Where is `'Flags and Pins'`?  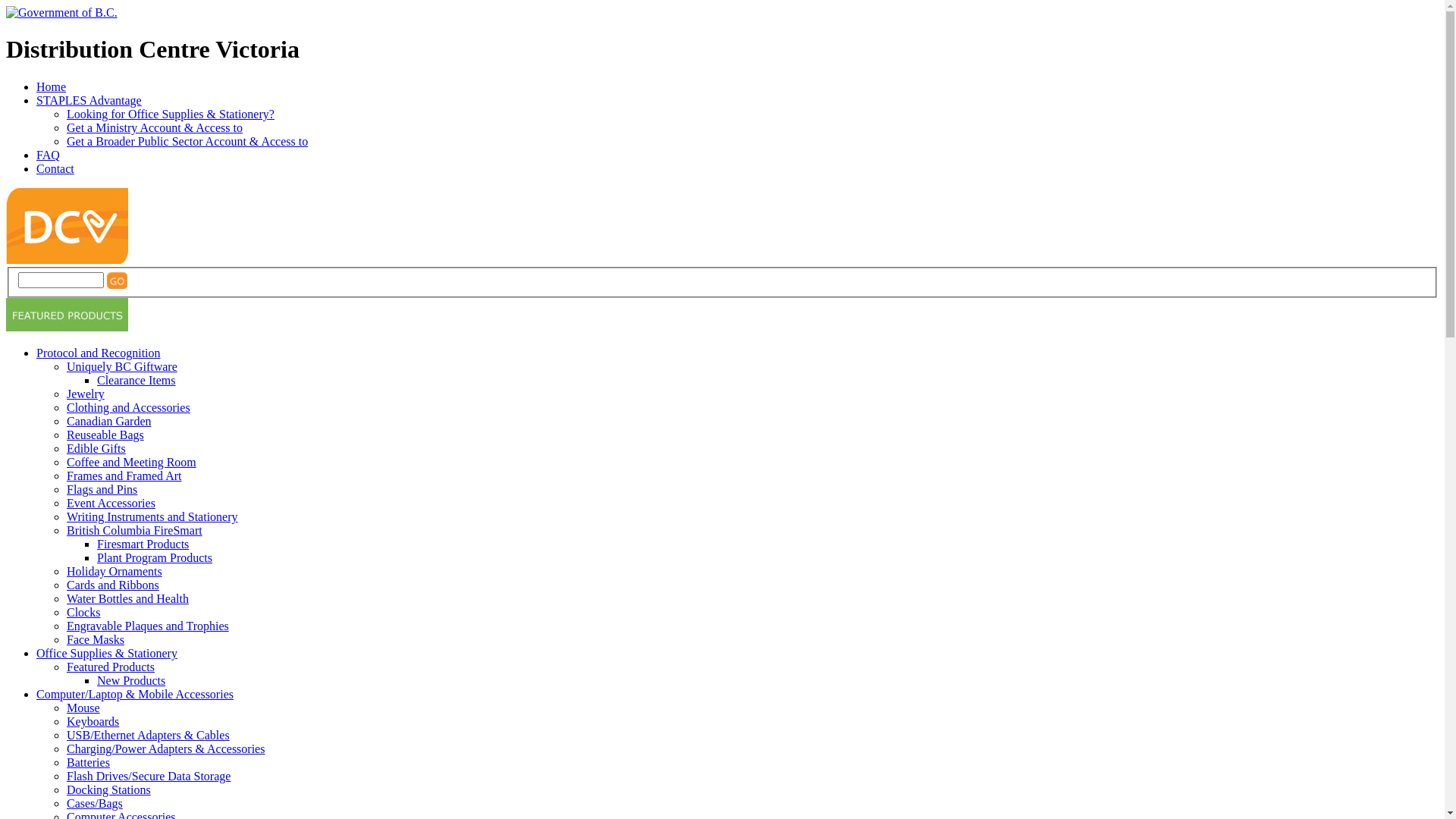 'Flags and Pins' is located at coordinates (101, 489).